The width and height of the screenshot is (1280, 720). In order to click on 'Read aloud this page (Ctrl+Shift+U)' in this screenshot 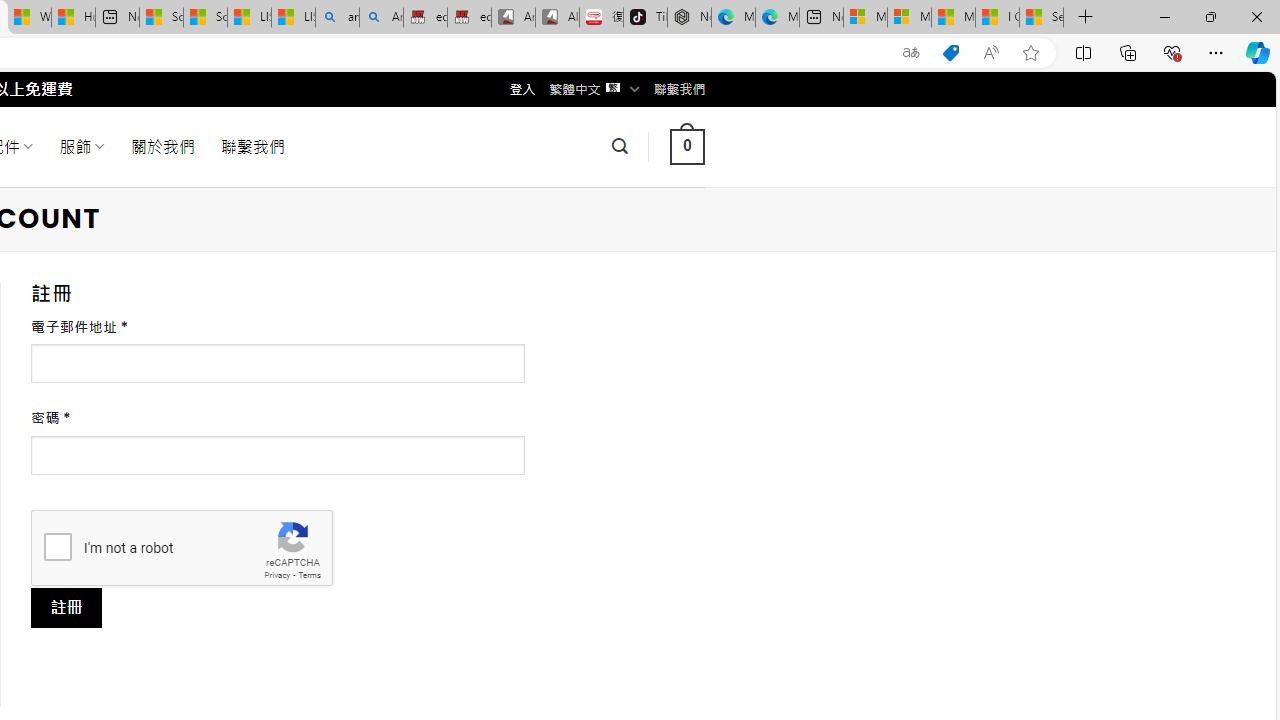, I will do `click(991, 52)`.